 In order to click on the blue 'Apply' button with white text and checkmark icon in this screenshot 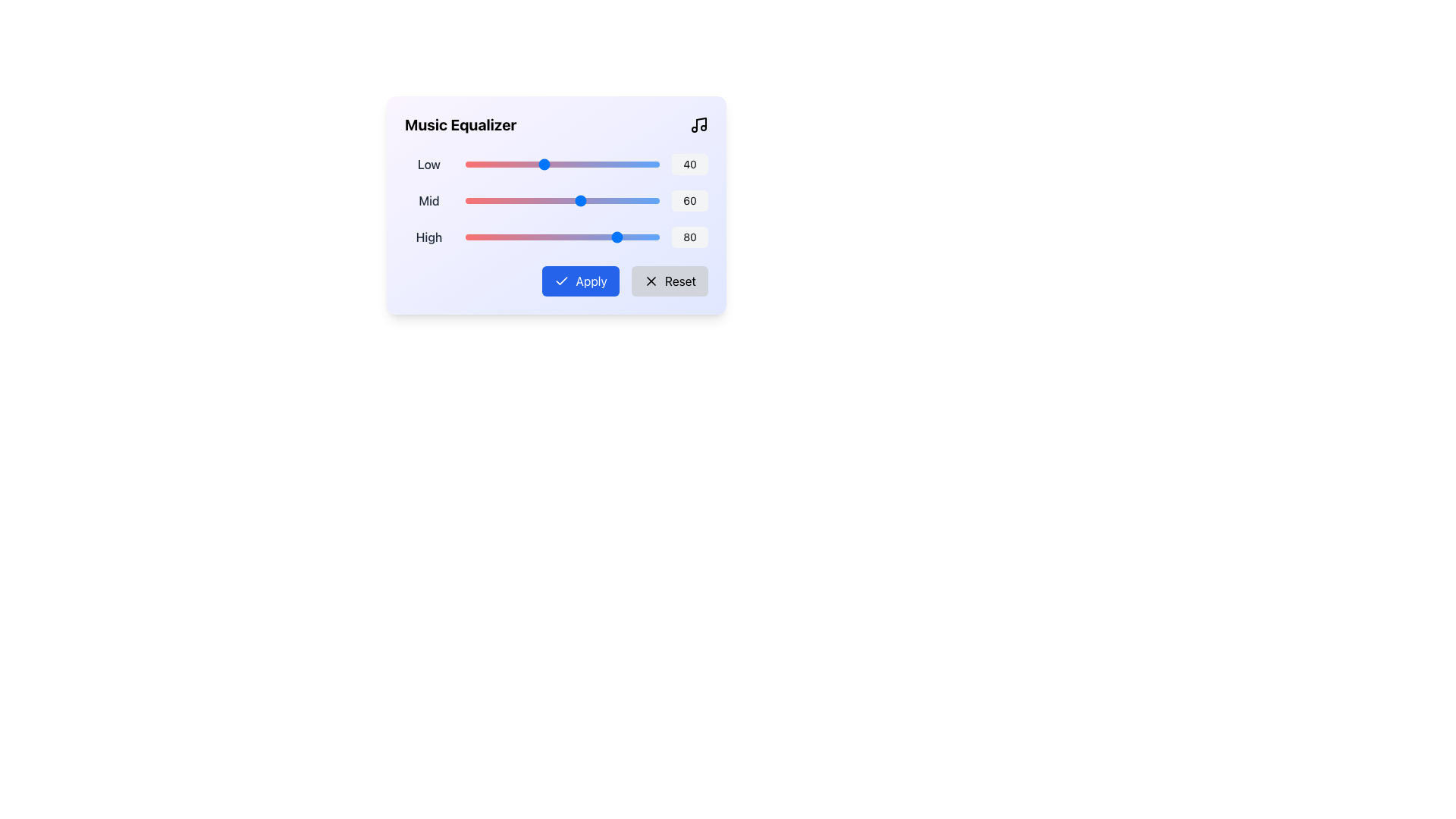, I will do `click(556, 281)`.